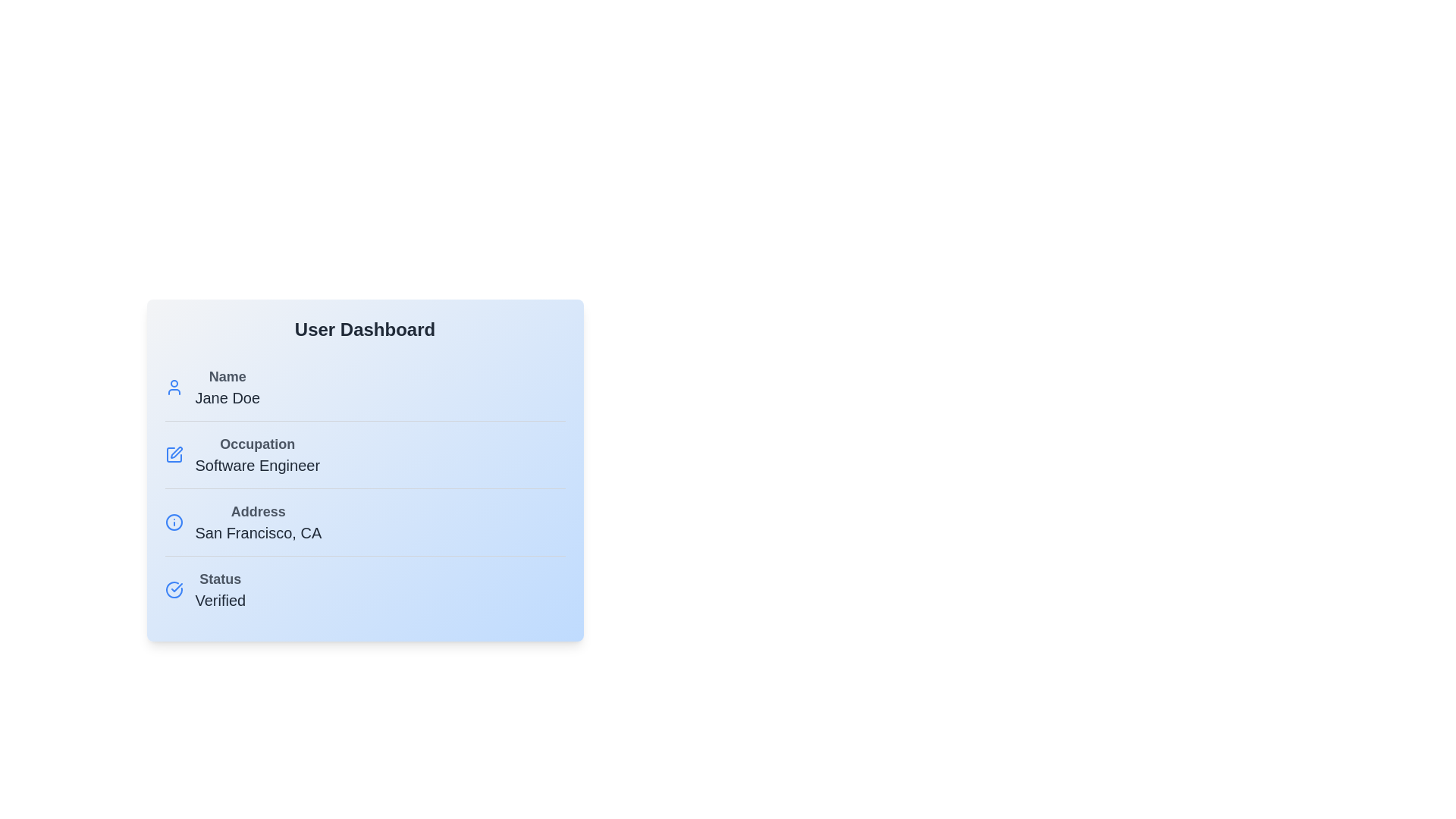 The height and width of the screenshot is (819, 1456). I want to click on the static text element displaying the user's name, located below the 'Name' label on the upper left section of the user dashboard interface, so click(227, 397).